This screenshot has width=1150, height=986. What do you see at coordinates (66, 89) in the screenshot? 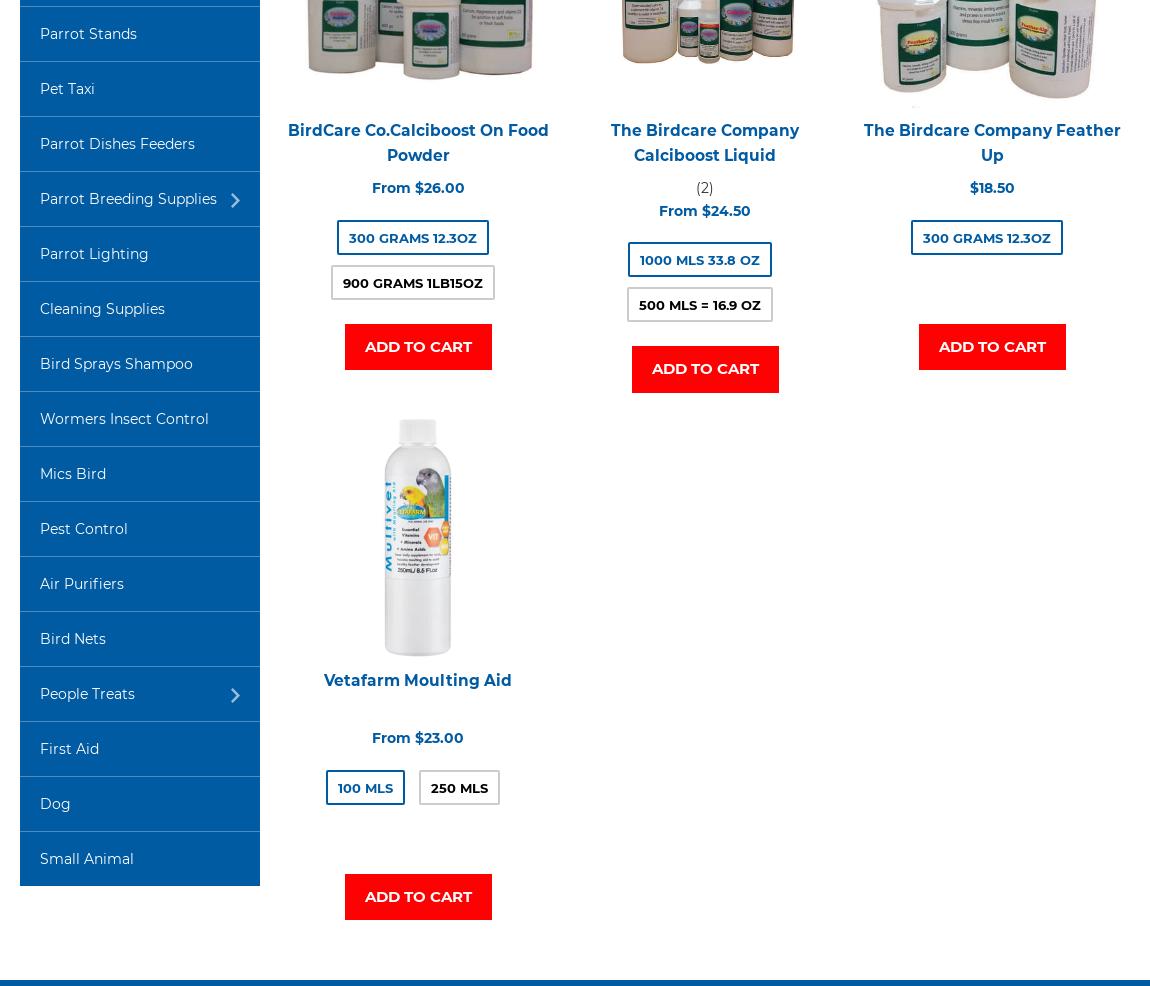
I see `'Pet Taxi'` at bounding box center [66, 89].